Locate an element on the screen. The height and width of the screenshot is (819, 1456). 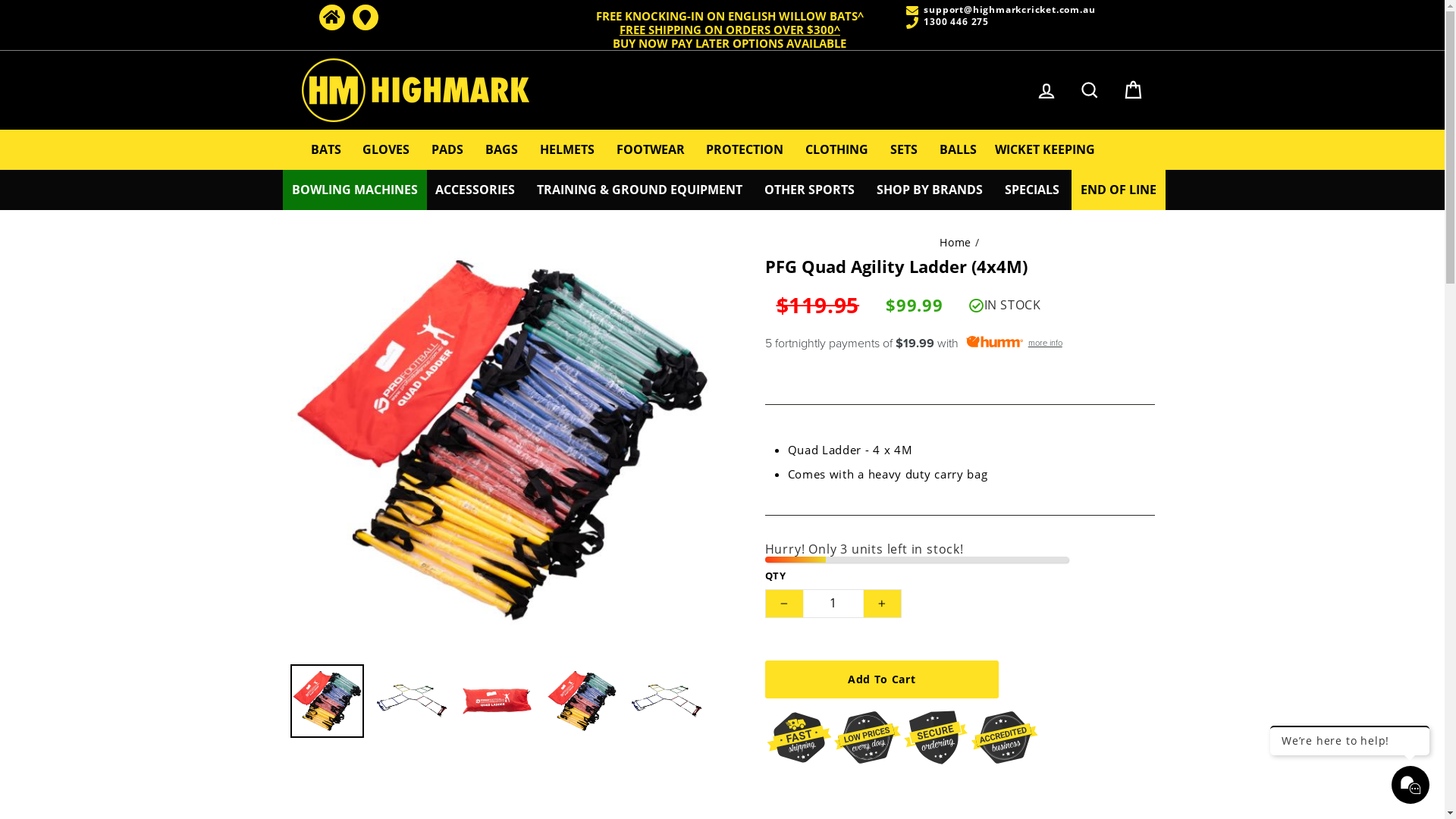
'FOOTWEAR' is located at coordinates (651, 149).